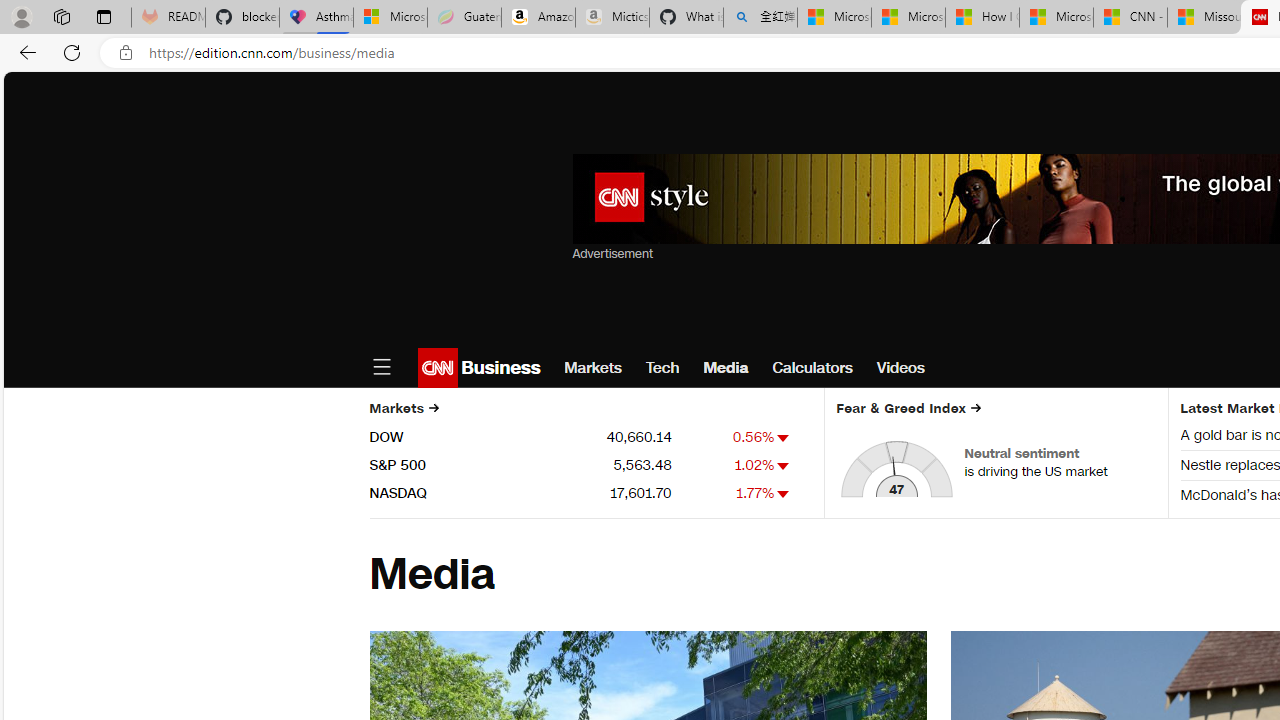  What do you see at coordinates (724, 367) in the screenshot?
I see `'Media'` at bounding box center [724, 367].